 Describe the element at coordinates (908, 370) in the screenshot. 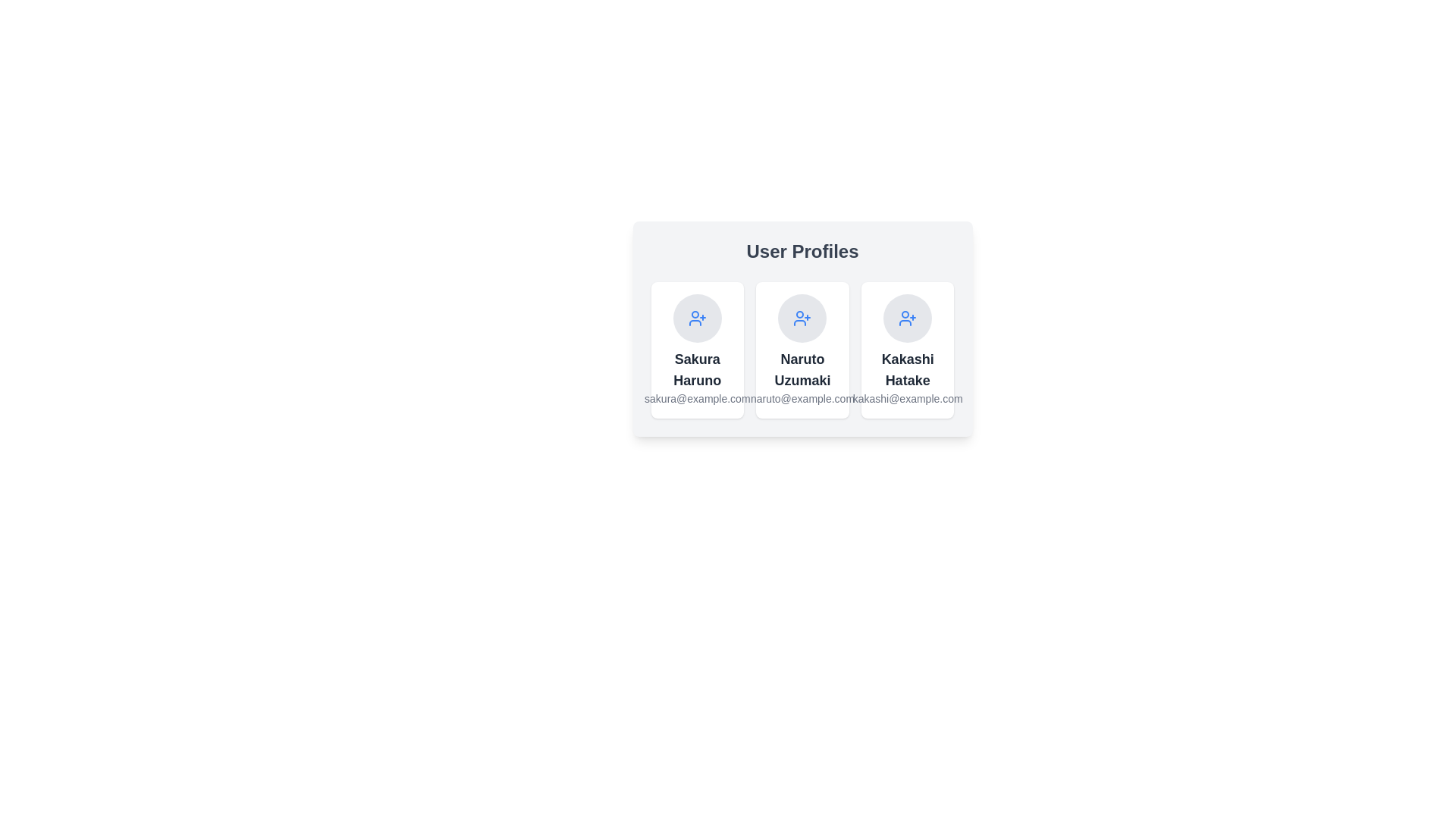

I see `displayed name 'Kakashi Hatake' from the text label located in the third profile card, below the avatar icon and above the email address` at that location.